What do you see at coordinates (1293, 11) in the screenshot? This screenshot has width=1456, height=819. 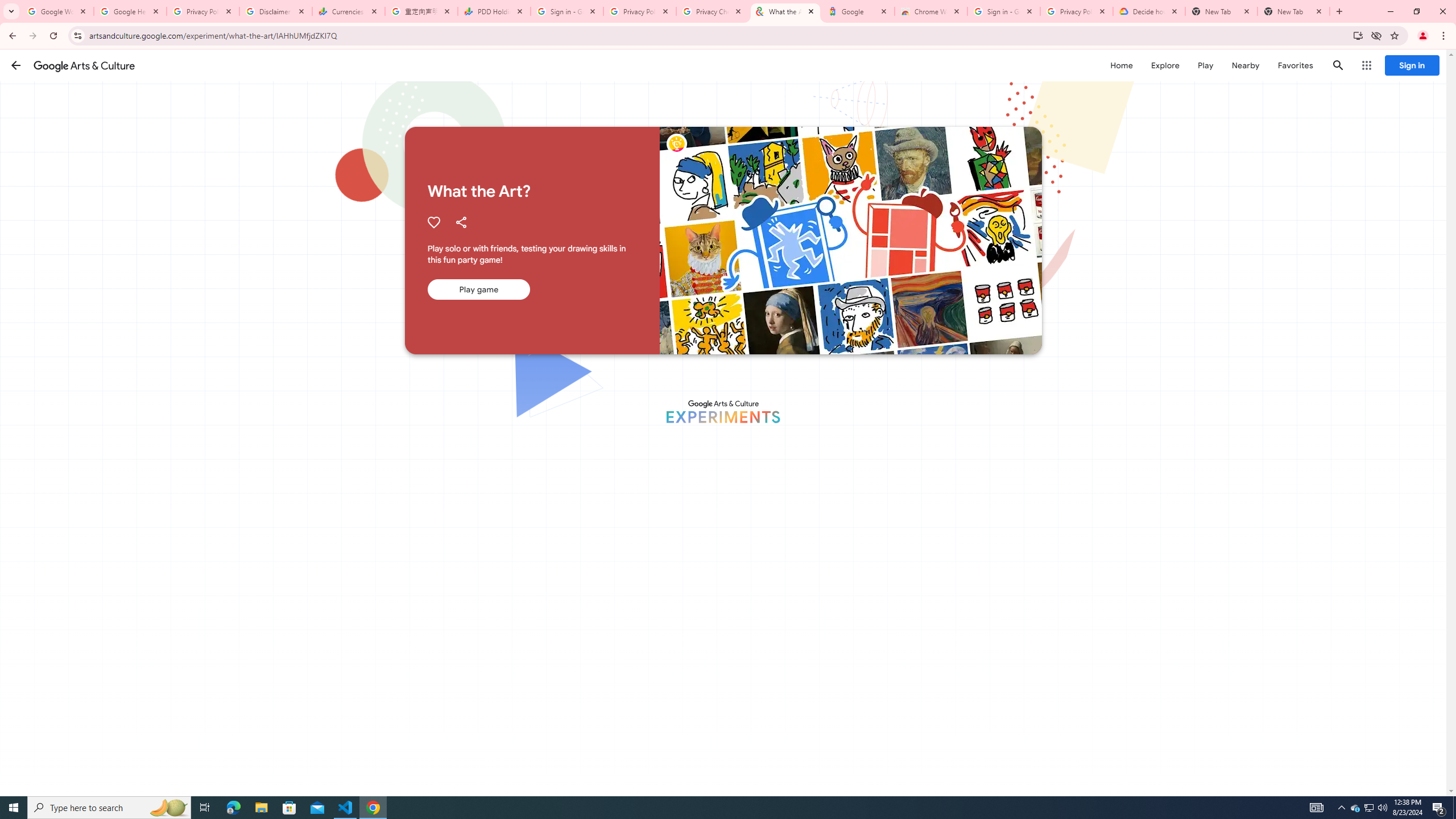 I see `'New Tab'` at bounding box center [1293, 11].